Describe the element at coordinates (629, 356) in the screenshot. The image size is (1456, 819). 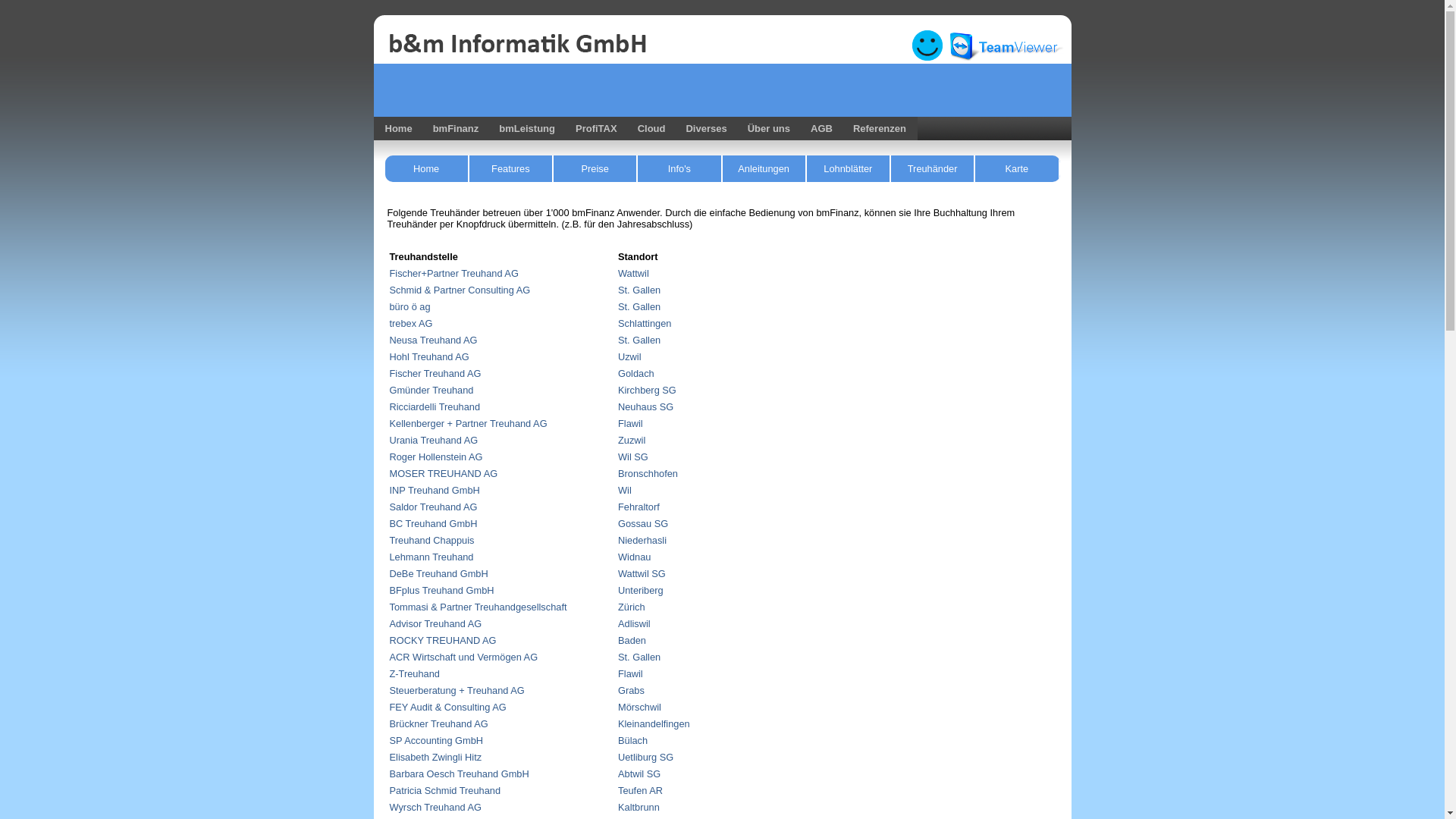
I see `'Uzwil'` at that location.